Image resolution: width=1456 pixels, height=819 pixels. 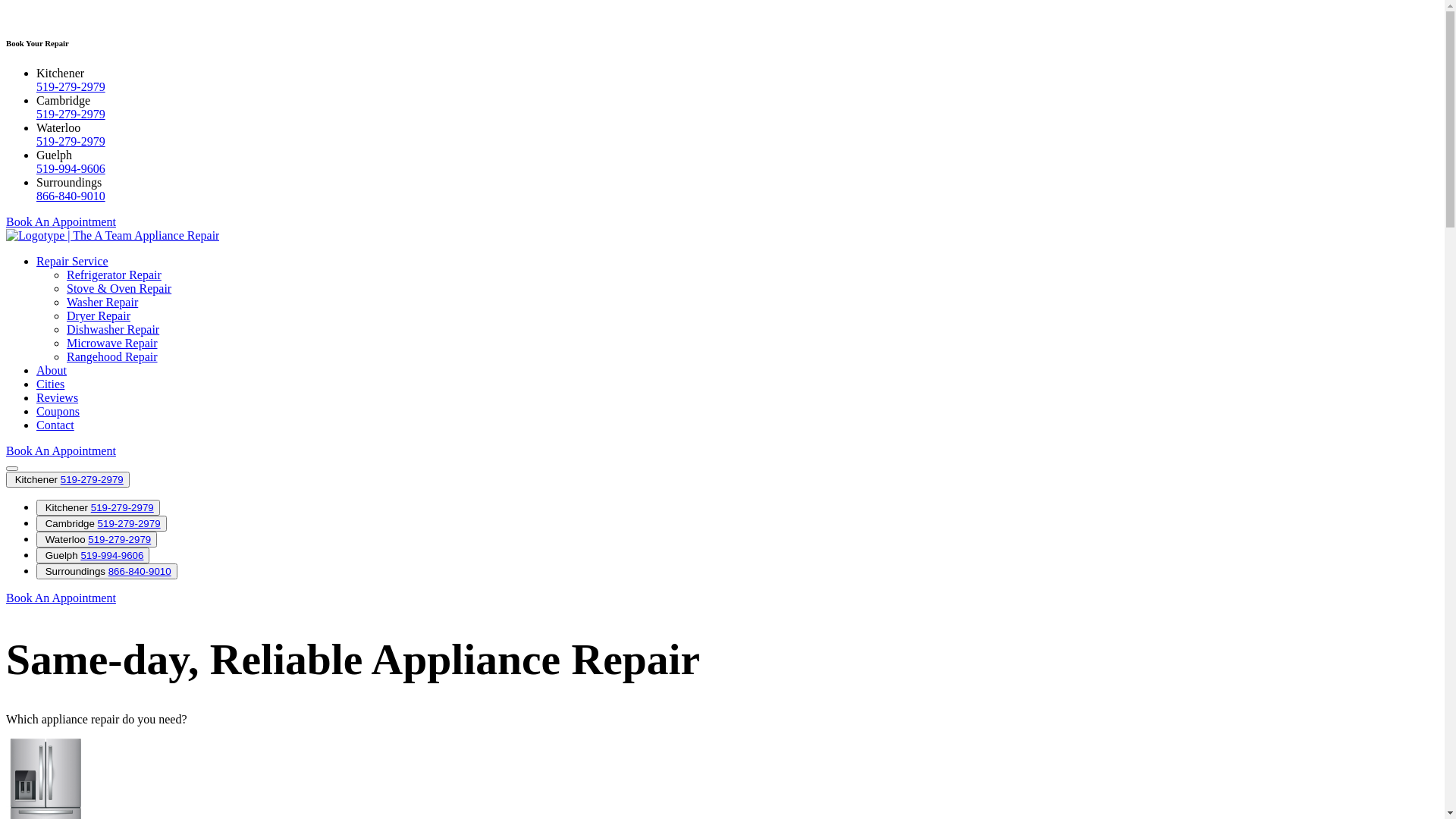 I want to click on 'Coupons', so click(x=58, y=411).